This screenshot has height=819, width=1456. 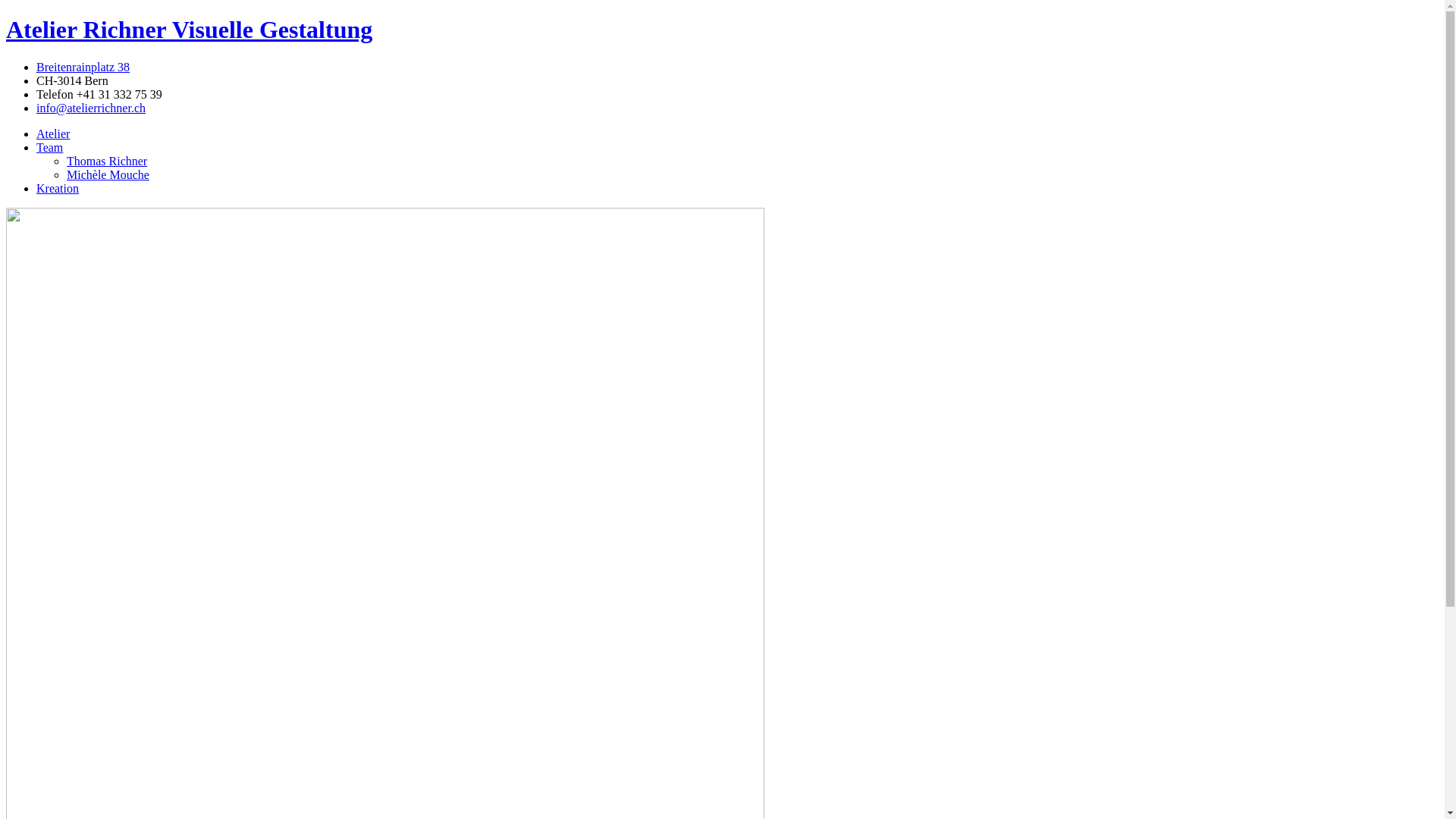 What do you see at coordinates (82, 66) in the screenshot?
I see `'Breitenrainplatz 38'` at bounding box center [82, 66].